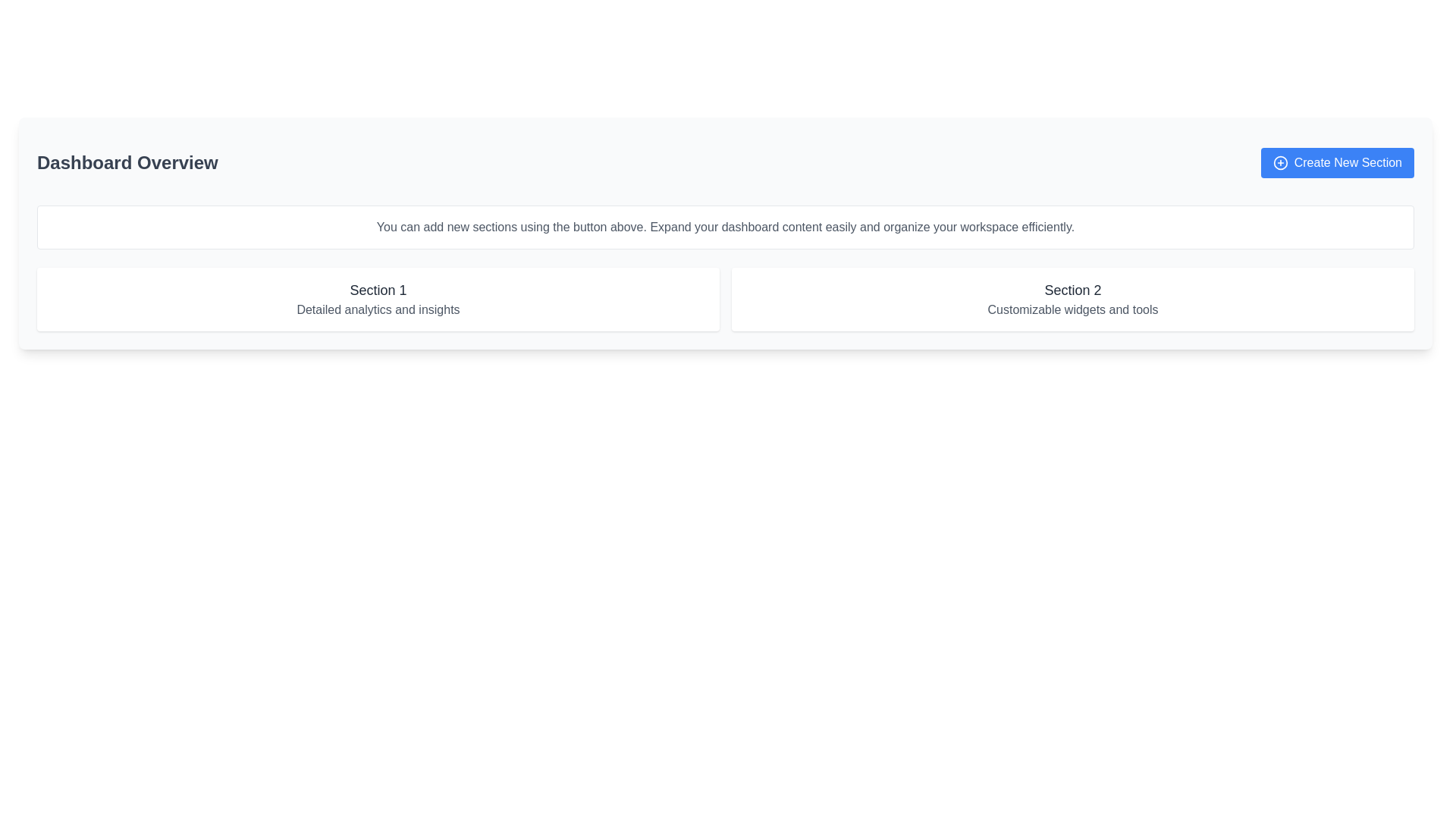  I want to click on the text label 'Section 2', which is styled with a larger bold font and dark gray color, located in the right section of a two-column layout, so click(1072, 290).